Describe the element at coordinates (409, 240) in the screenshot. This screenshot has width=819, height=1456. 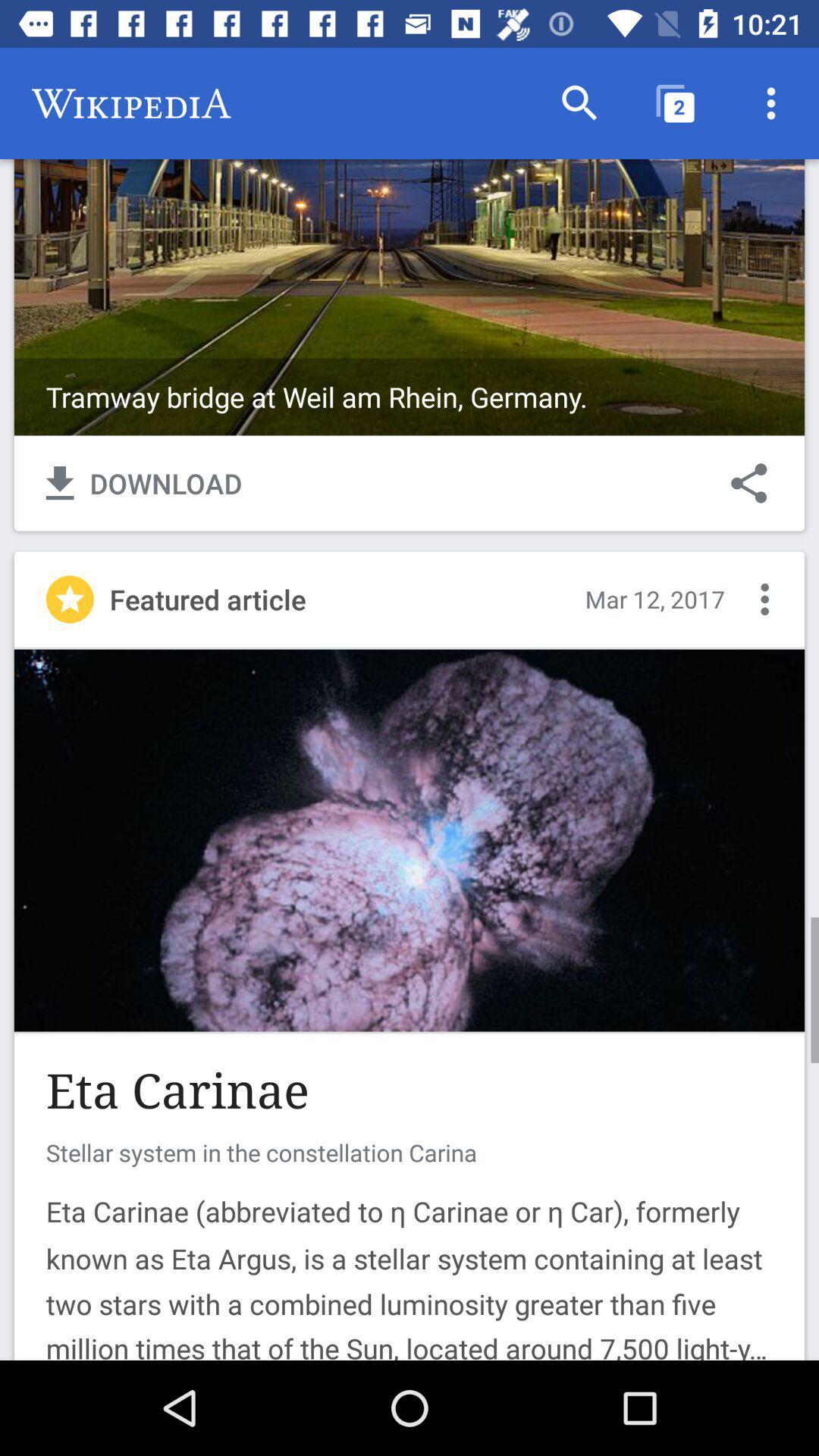
I see `open wikipedia` at that location.